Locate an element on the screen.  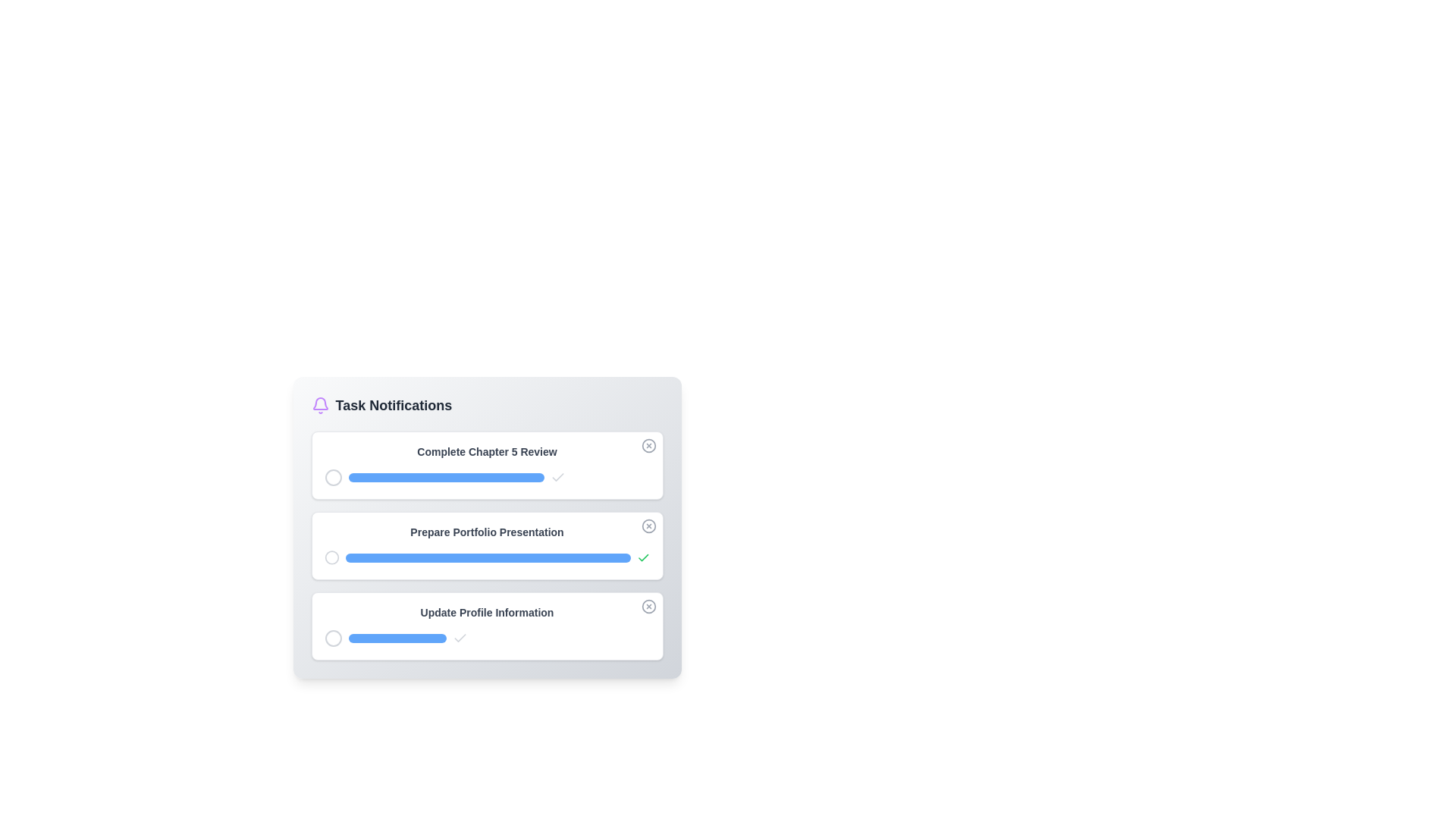
close button for the notification titled 'Update Profile Information' is located at coordinates (648, 605).